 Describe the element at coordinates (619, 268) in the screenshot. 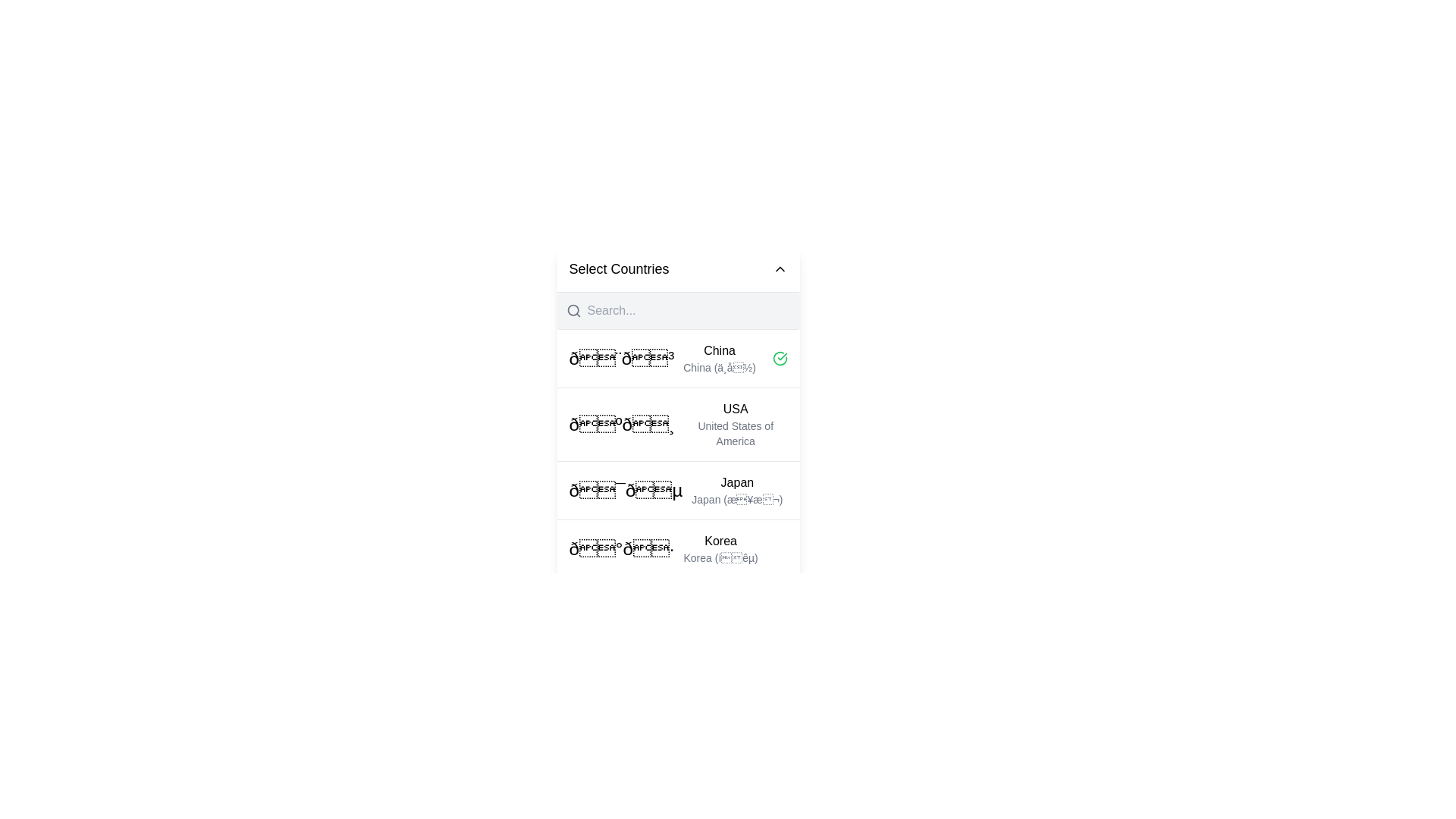

I see `the text label displaying 'Select Countries' in a medium-sized, bold font located in the header section of the dropdown menu` at that location.